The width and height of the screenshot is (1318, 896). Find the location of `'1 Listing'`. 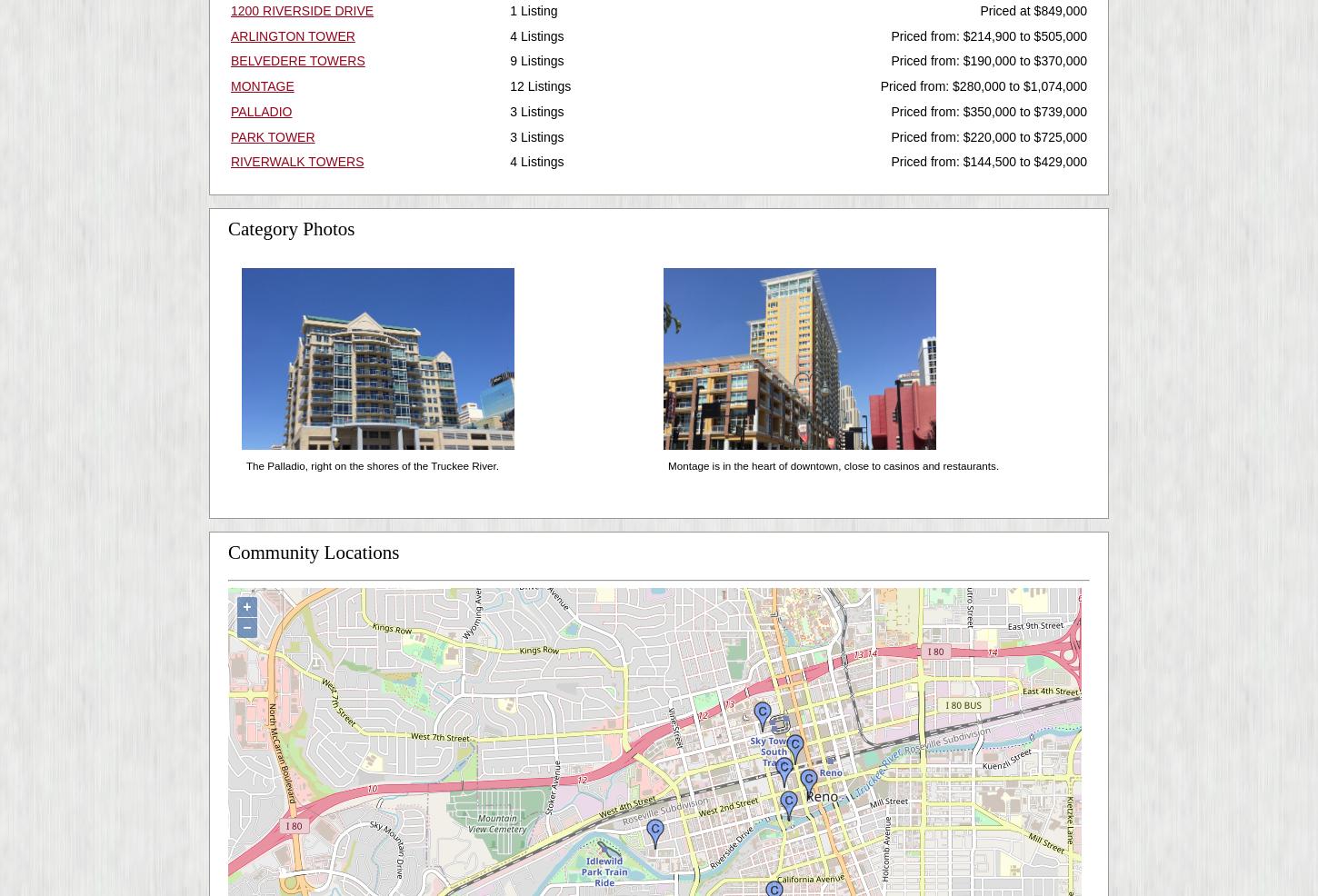

'1 Listing' is located at coordinates (533, 9).